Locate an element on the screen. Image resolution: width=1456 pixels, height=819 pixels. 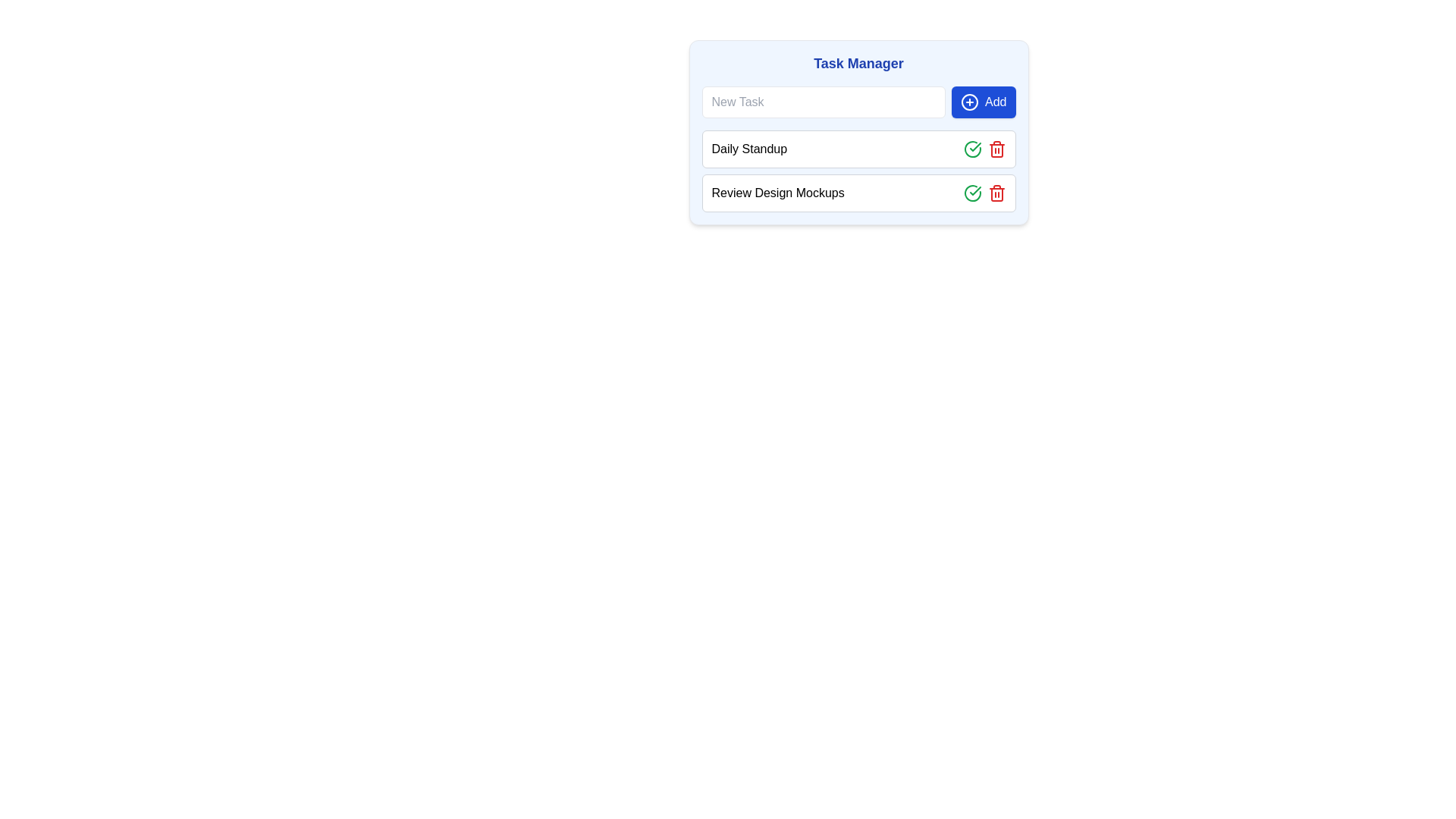
the Icon Button represented by a green checkmark symbol within a circle, located to the right of the 'Review Design Mockups' task title is located at coordinates (972, 192).